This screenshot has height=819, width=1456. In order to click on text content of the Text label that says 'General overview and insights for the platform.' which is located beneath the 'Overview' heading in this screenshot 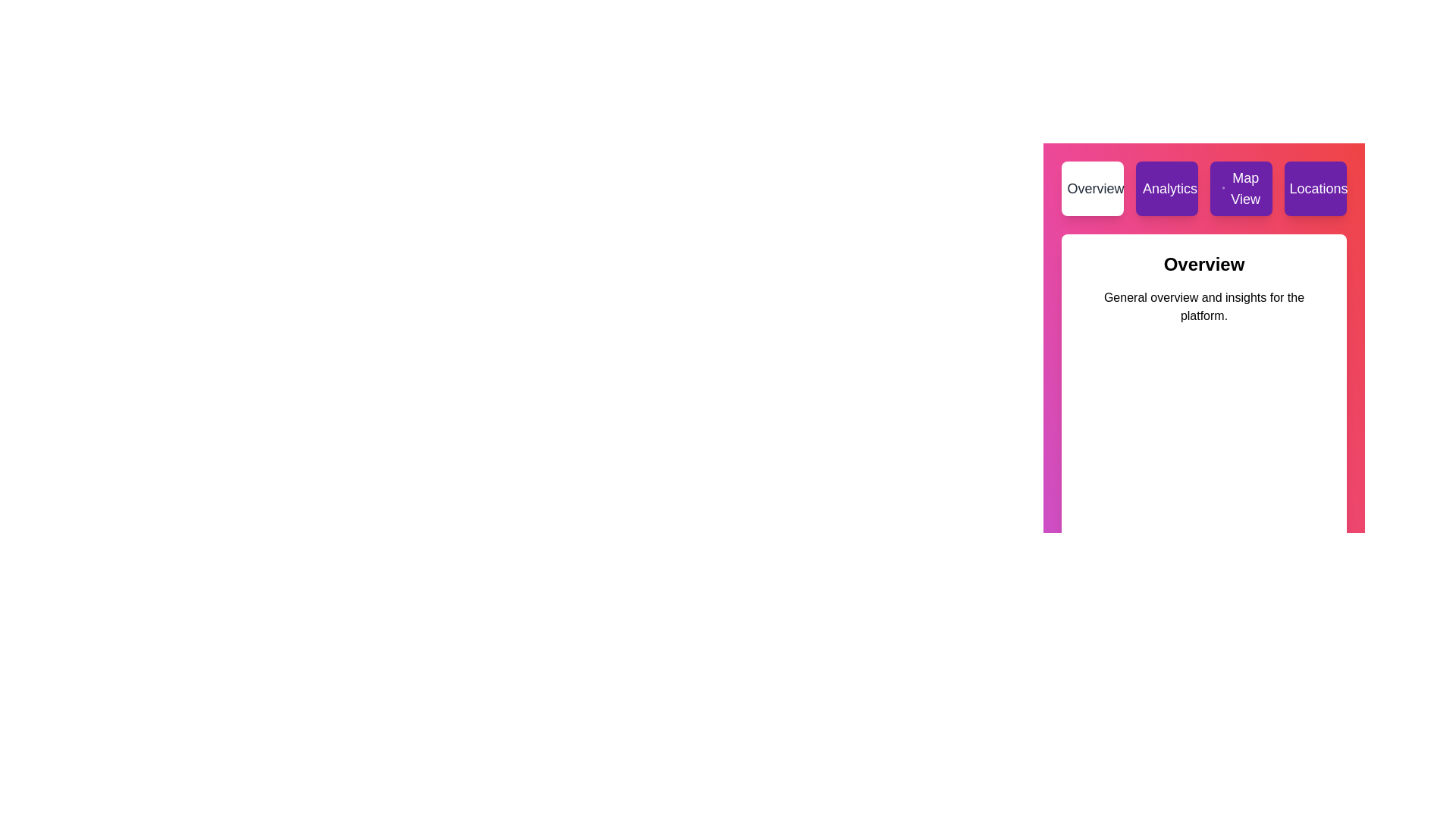, I will do `click(1203, 307)`.